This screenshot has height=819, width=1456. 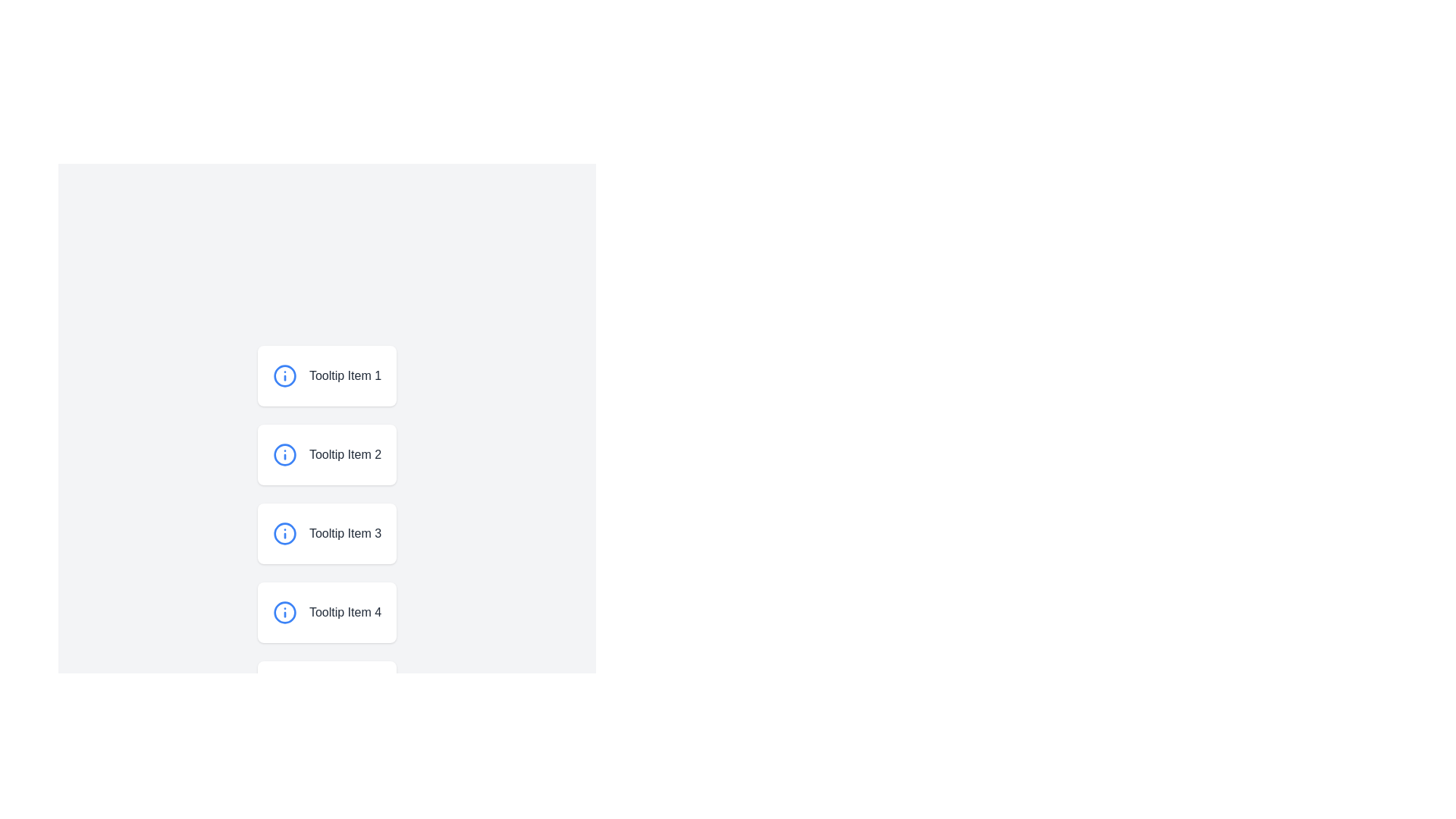 What do you see at coordinates (338, 454) in the screenshot?
I see `the Text label indicating 'Tooltip Item 2', which is positioned in the second row of a vertical list of similar items, to the right of an informational icon` at bounding box center [338, 454].